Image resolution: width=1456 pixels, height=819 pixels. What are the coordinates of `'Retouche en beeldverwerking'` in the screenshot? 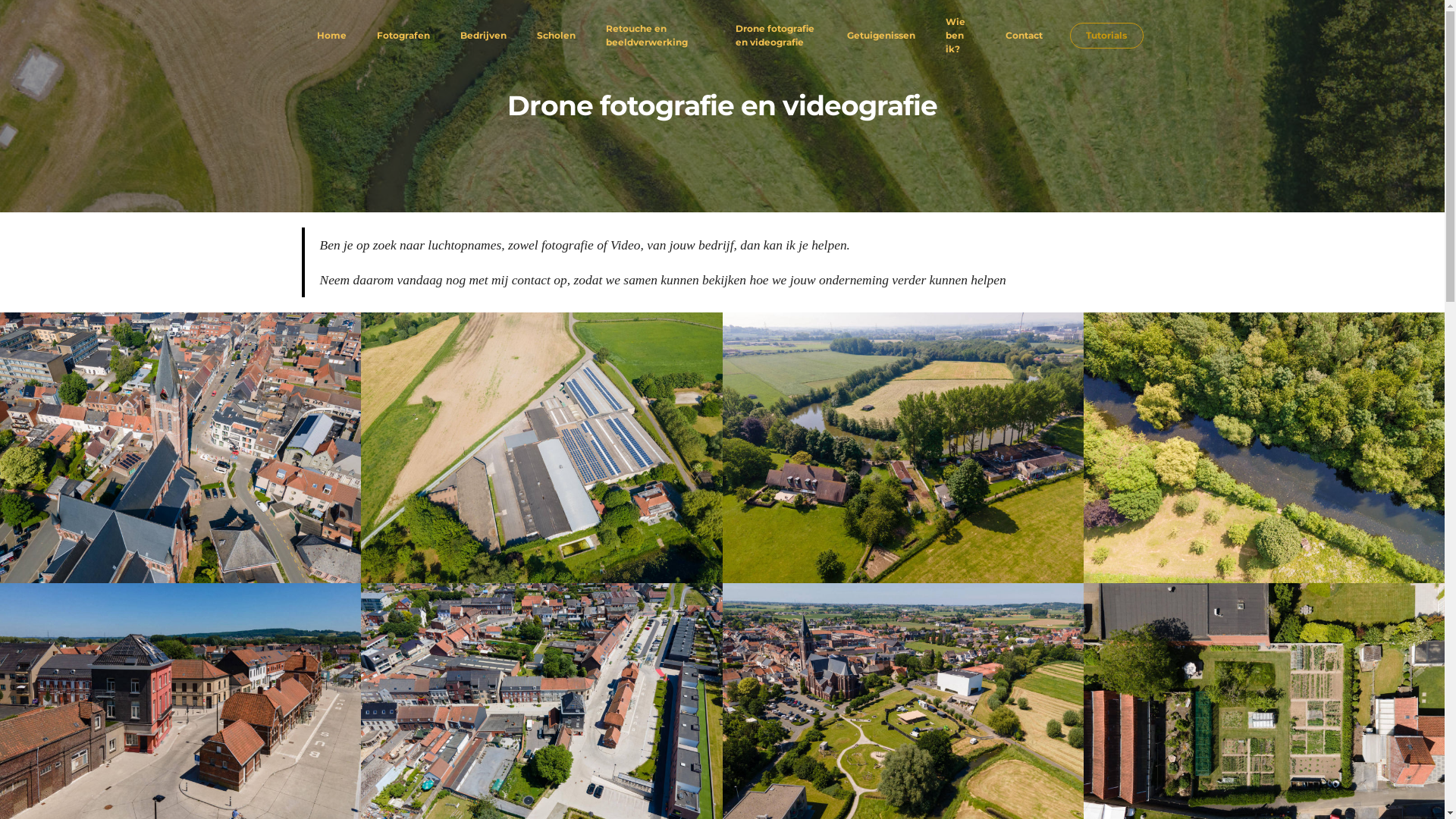 It's located at (654, 34).